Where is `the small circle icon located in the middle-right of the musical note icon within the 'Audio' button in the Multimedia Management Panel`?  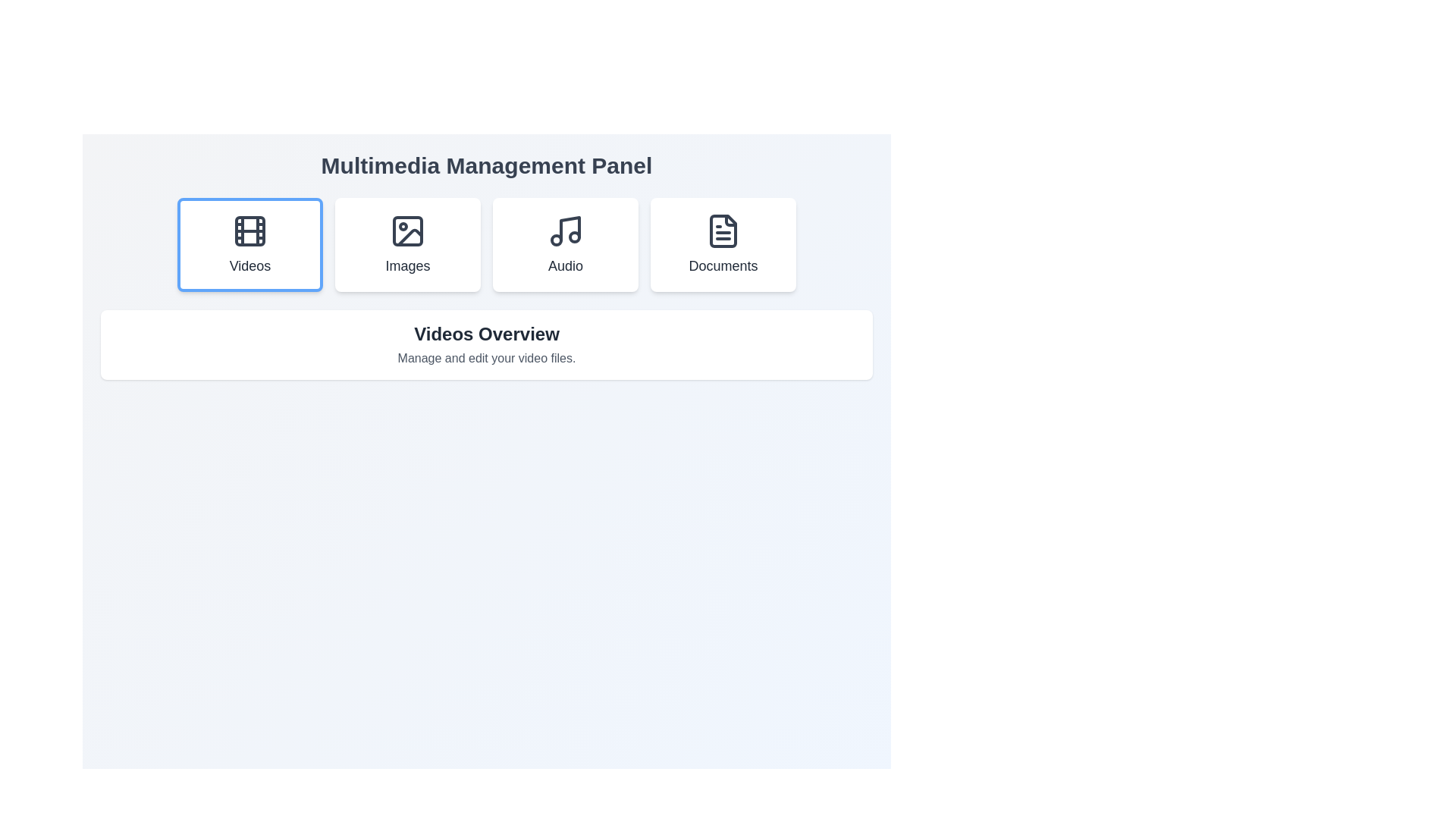
the small circle icon located in the middle-right of the musical note icon within the 'Audio' button in the Multimedia Management Panel is located at coordinates (574, 237).